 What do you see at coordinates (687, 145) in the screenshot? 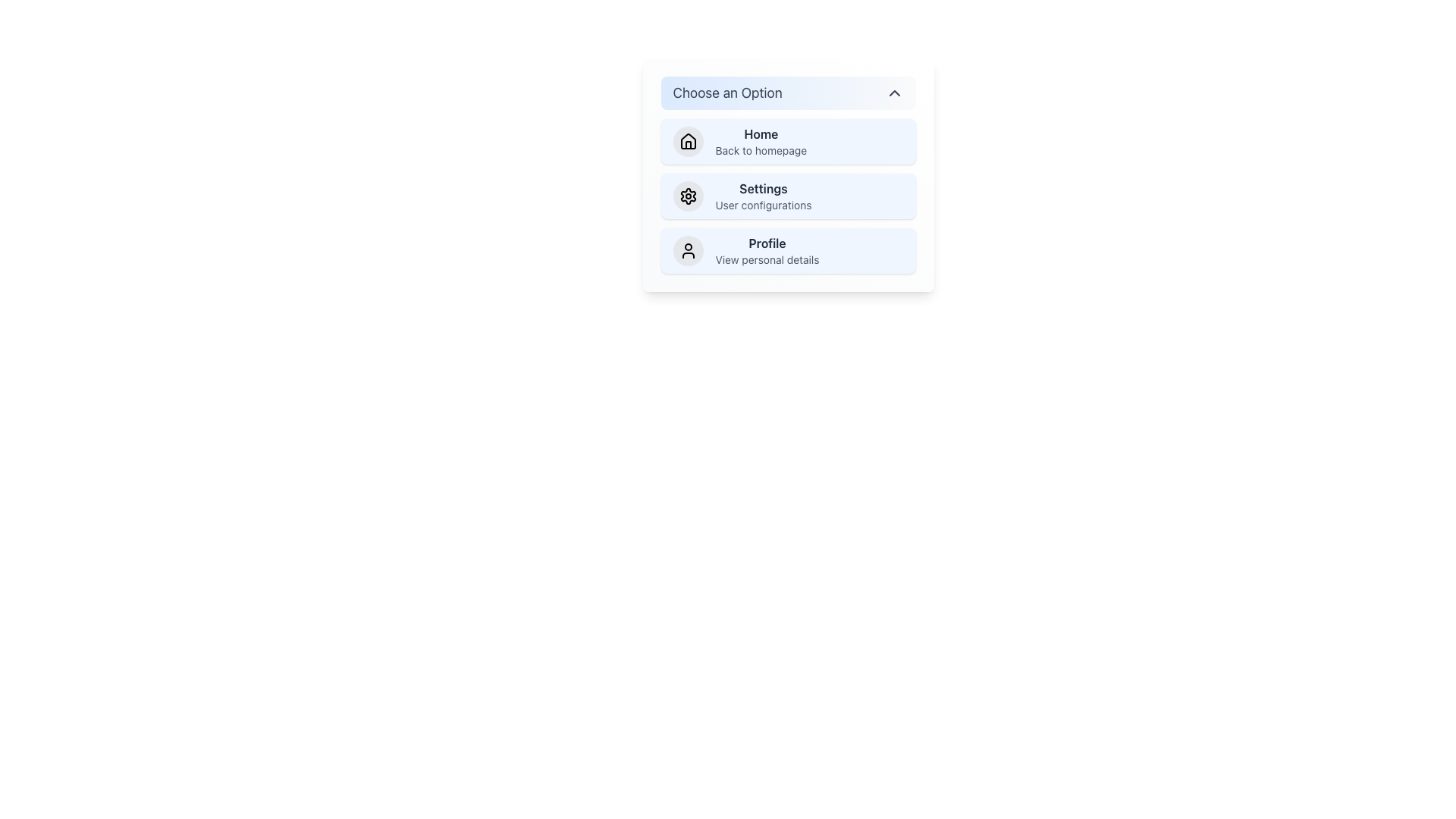
I see `the 'Home' button which contains the lower part of the house icon in the vertically stacked menu list` at bounding box center [687, 145].